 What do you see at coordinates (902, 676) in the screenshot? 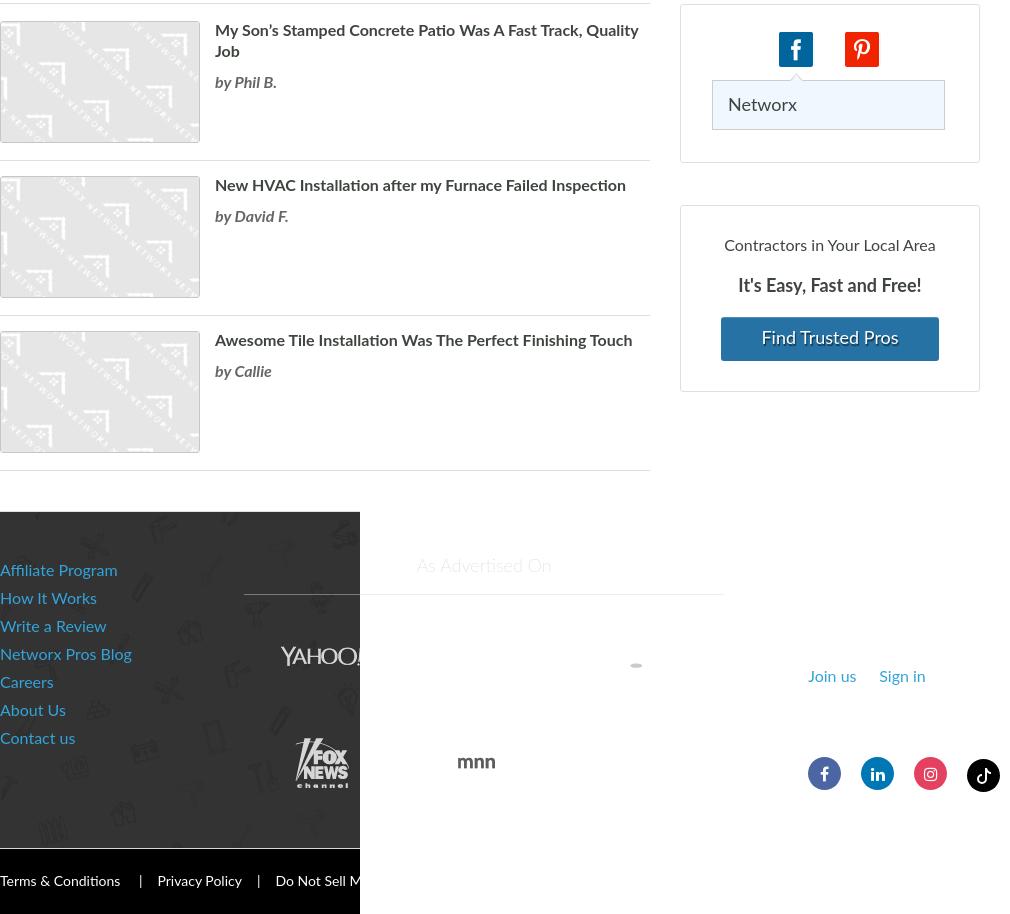
I see `'Sign in'` at bounding box center [902, 676].